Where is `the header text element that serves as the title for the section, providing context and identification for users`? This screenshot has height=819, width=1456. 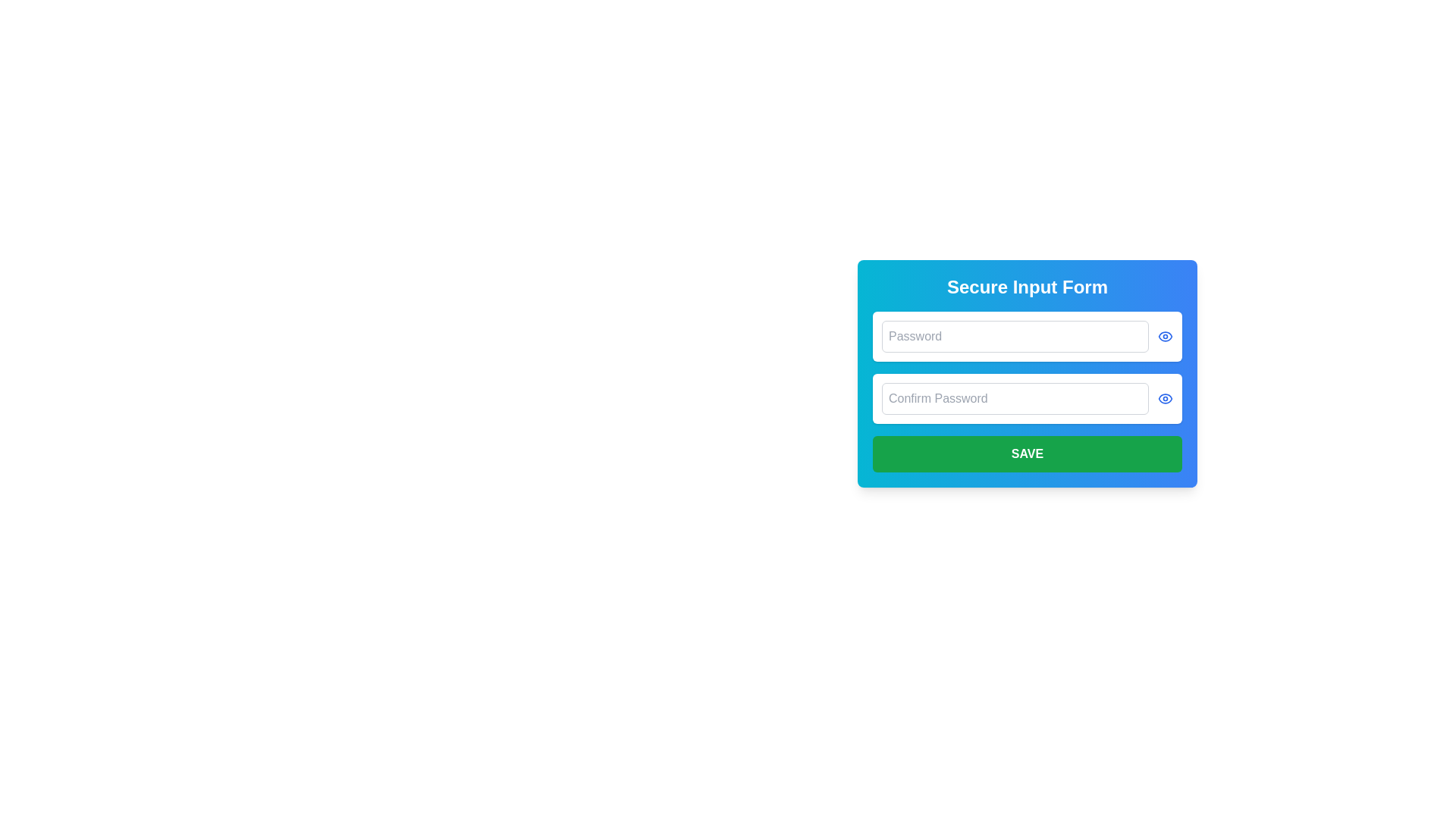
the header text element that serves as the title for the section, providing context and identification for users is located at coordinates (1027, 287).